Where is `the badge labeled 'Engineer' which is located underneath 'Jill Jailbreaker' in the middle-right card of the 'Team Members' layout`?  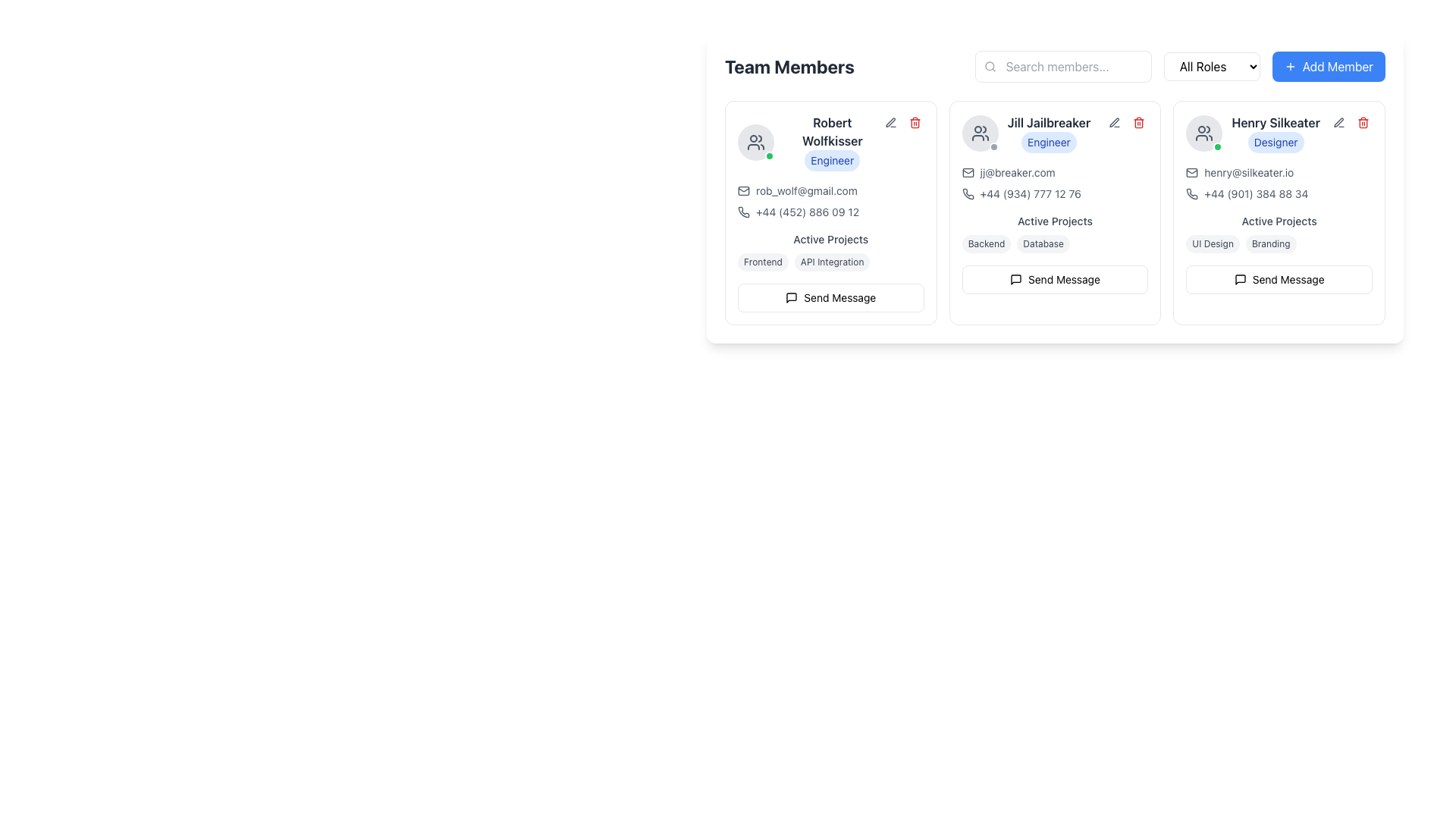 the badge labeled 'Engineer' which is located underneath 'Jill Jailbreaker' in the middle-right card of the 'Team Members' layout is located at coordinates (1048, 143).